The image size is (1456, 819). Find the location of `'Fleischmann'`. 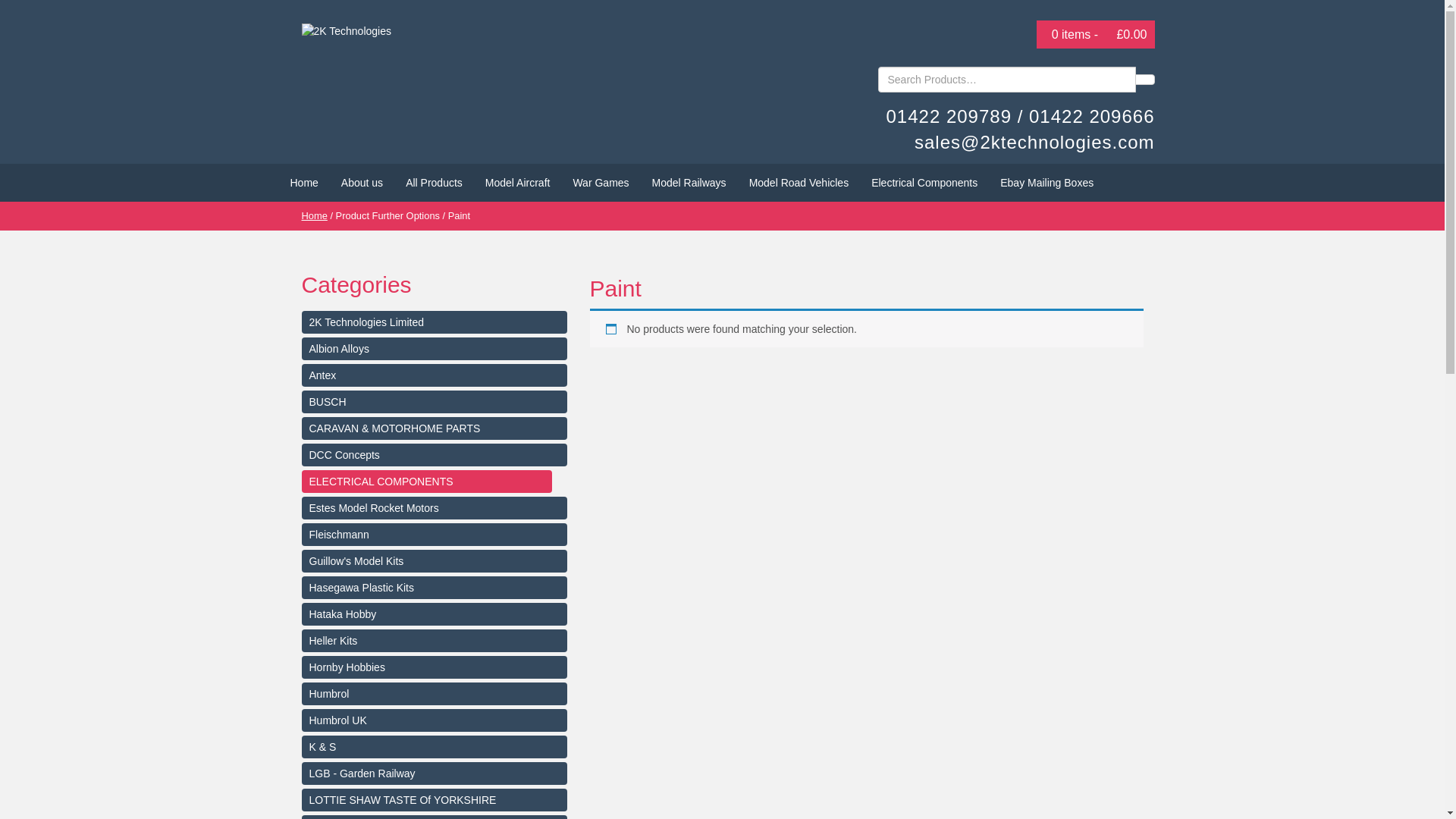

'Fleischmann' is located at coordinates (433, 534).